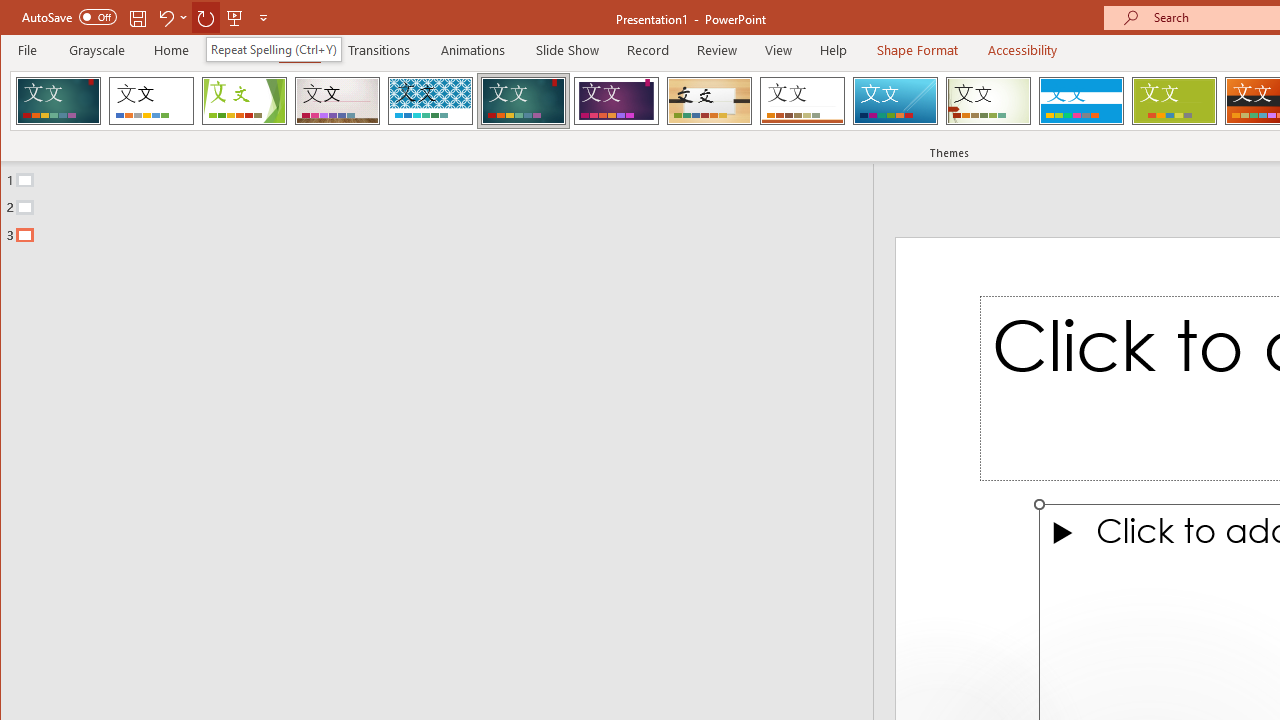 This screenshot has width=1280, height=720. I want to click on 'Gallery', so click(337, 100).